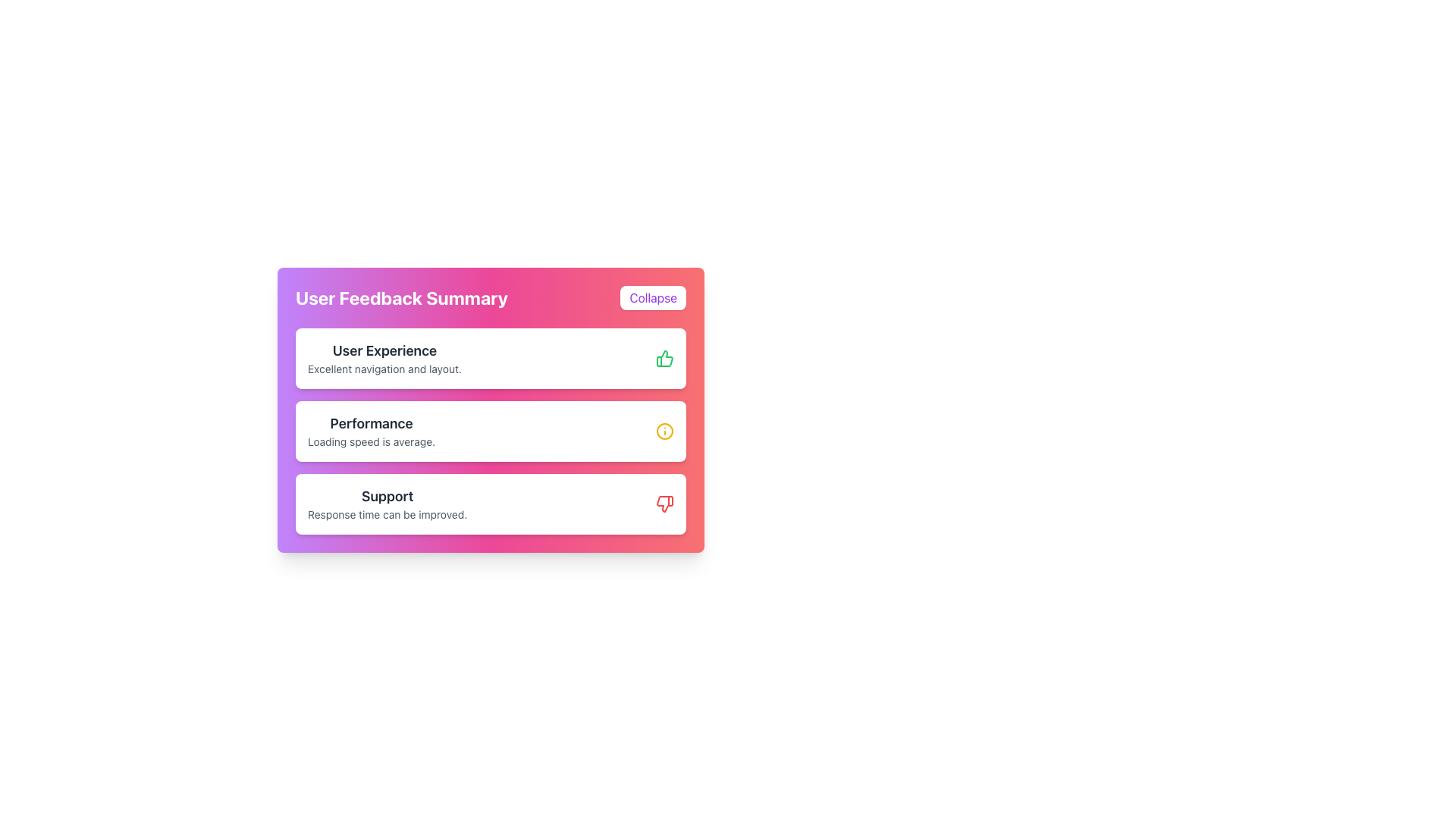  Describe the element at coordinates (665, 431) in the screenshot. I see `the information icon located in the second row of the user feedback summary section, to the right of the text 'Loading speed is average.'` at that location.